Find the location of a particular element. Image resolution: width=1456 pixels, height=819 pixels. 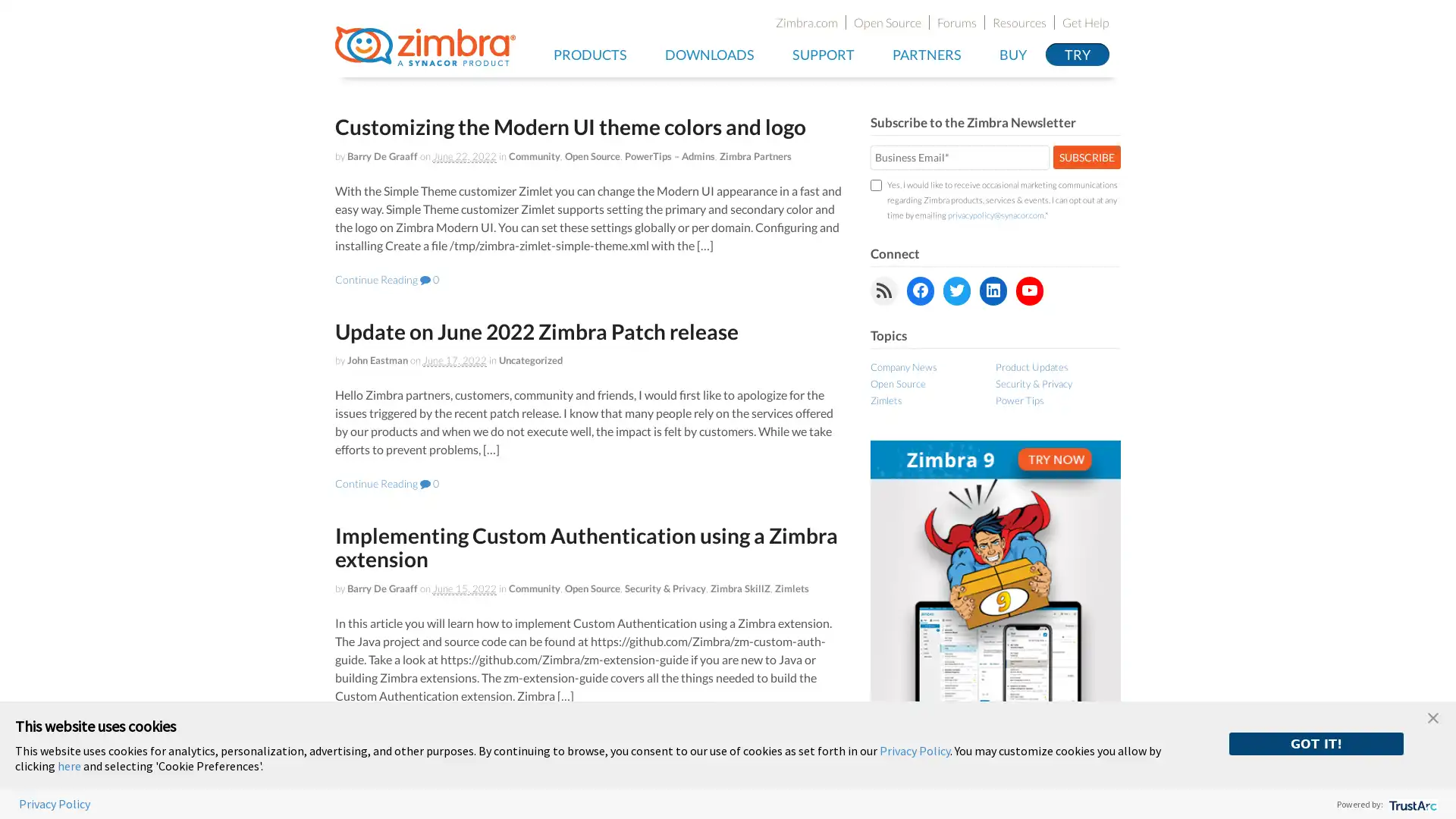

SUBSCRIBE is located at coordinates (1087, 157).